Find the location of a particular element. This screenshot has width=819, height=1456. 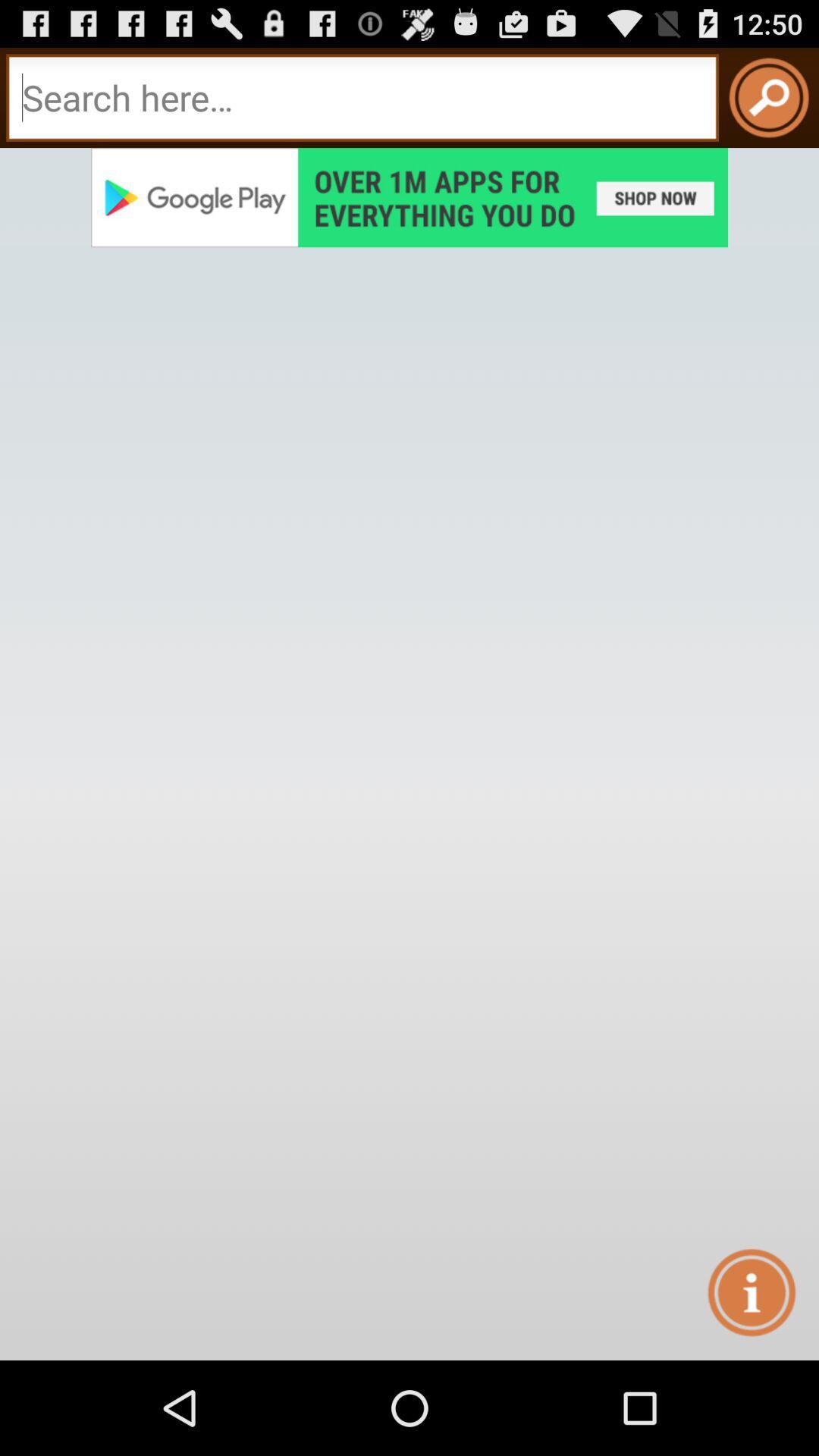

information is located at coordinates (751, 1291).